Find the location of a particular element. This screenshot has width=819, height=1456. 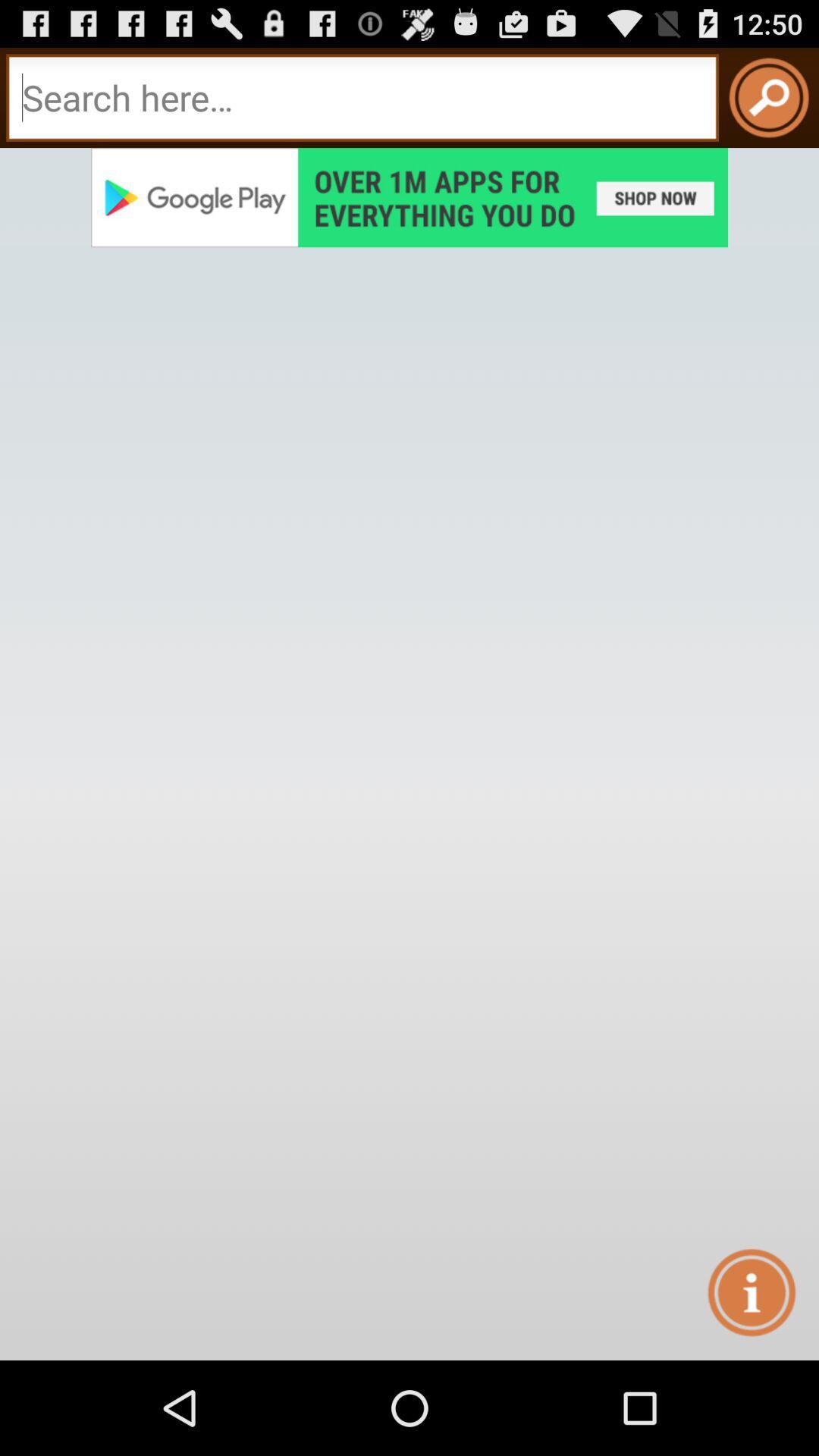

information is located at coordinates (751, 1291).